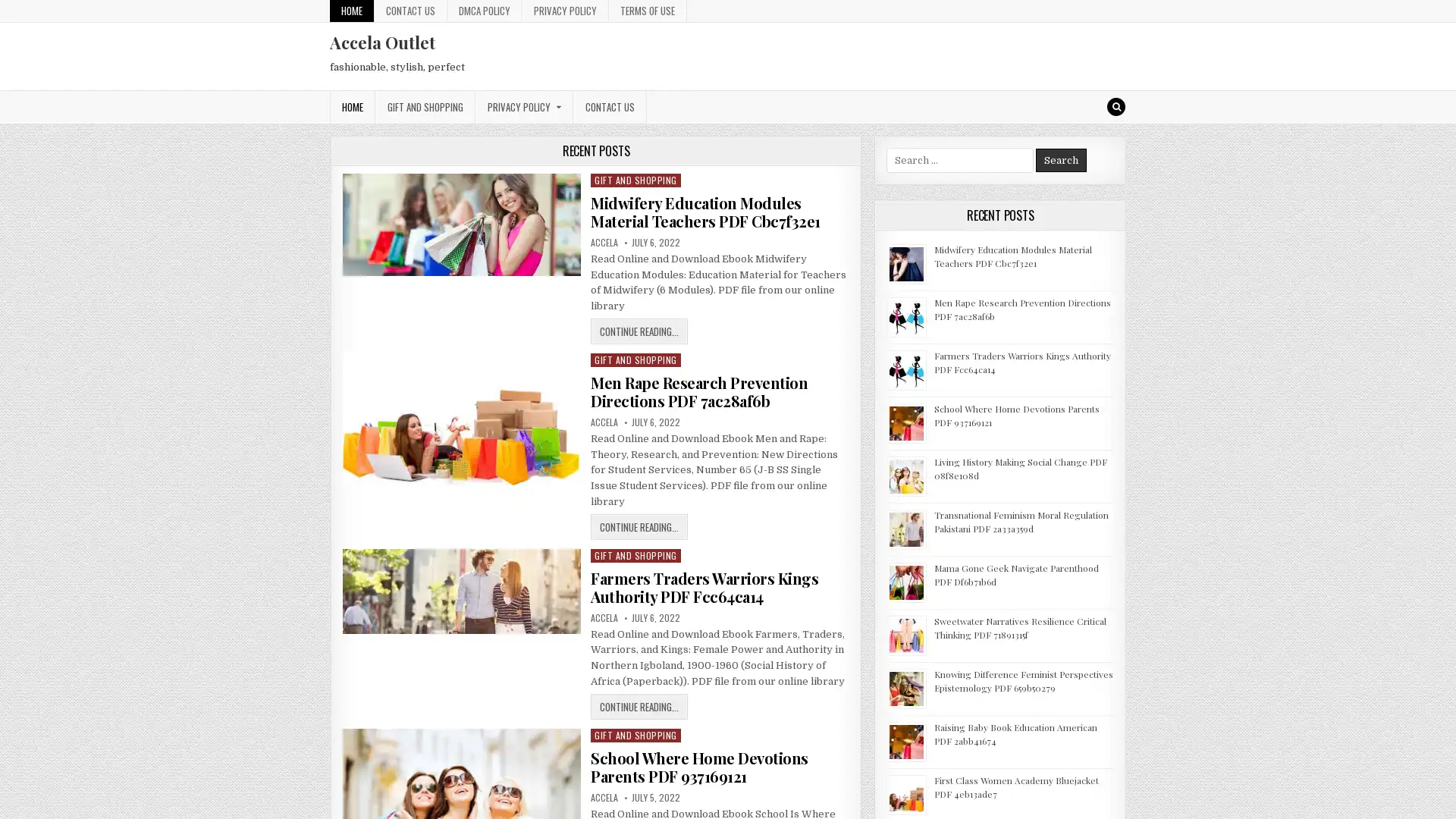 Image resolution: width=1456 pixels, height=819 pixels. I want to click on Search, so click(1060, 160).